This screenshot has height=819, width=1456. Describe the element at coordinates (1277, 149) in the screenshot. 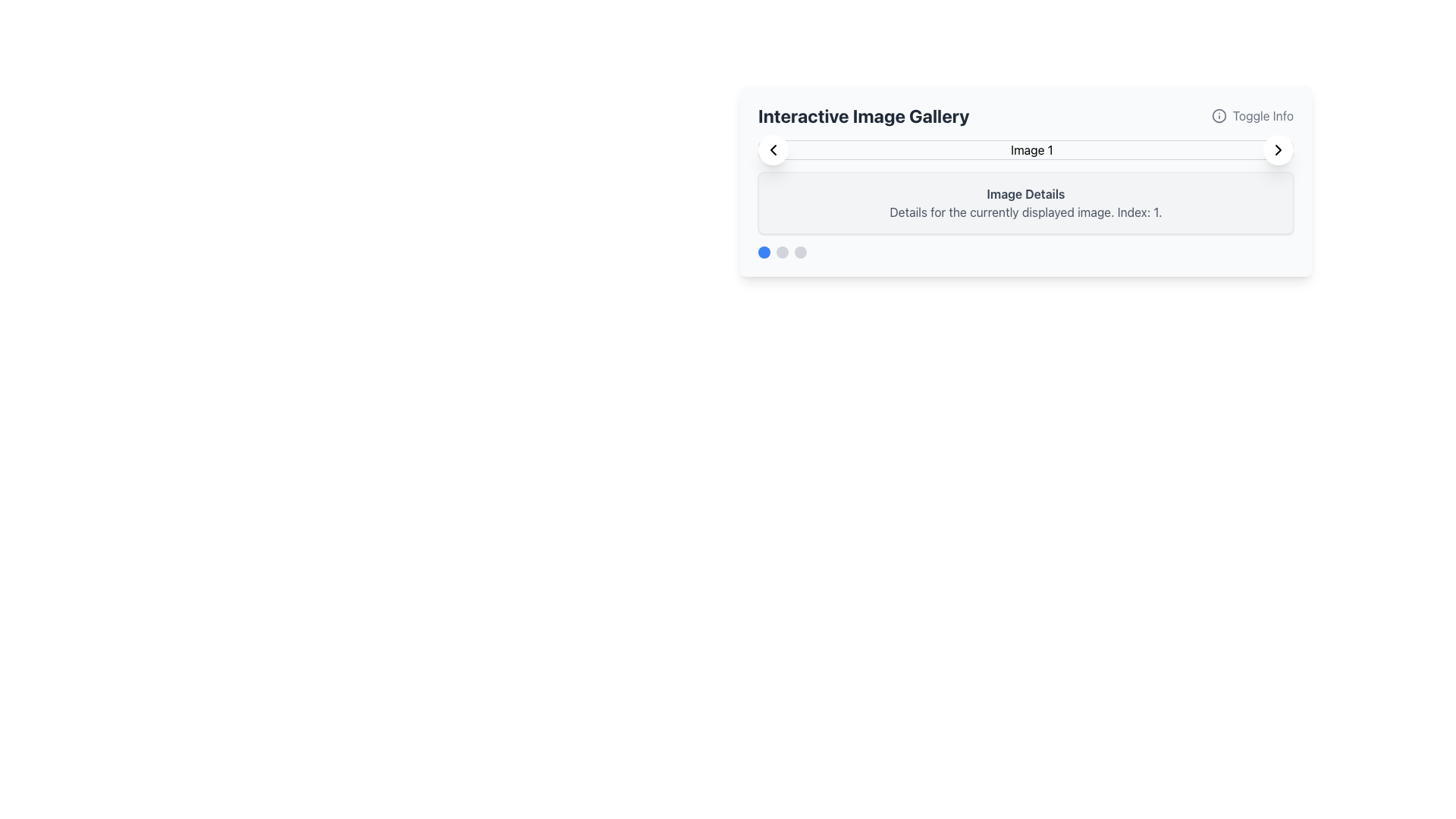

I see `the rightward-pointing chevron icon within the circular button located in the top-right corner of the navigation header` at that location.